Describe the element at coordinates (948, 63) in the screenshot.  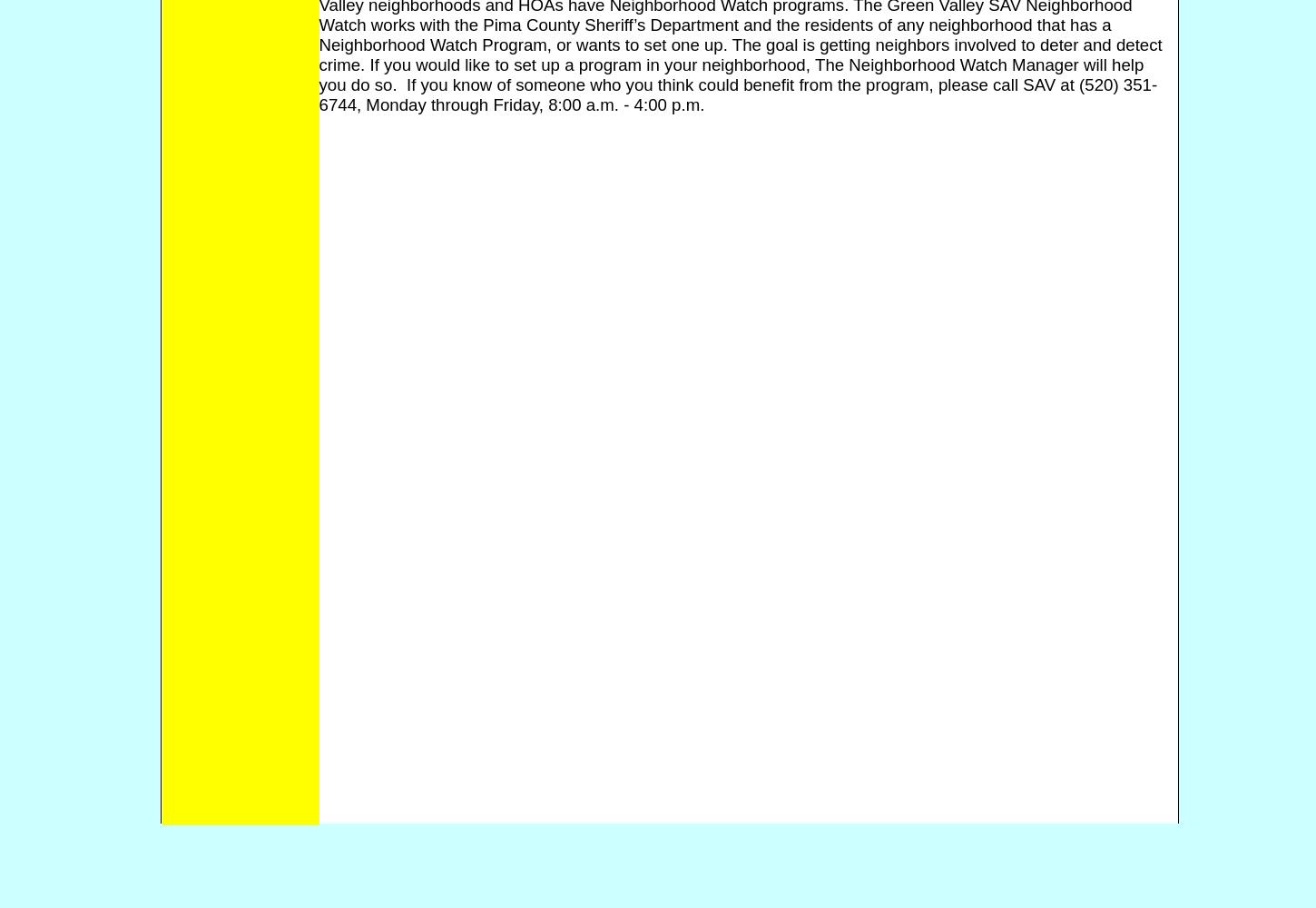
I see `'The Neighborhood Watch Manager'` at that location.